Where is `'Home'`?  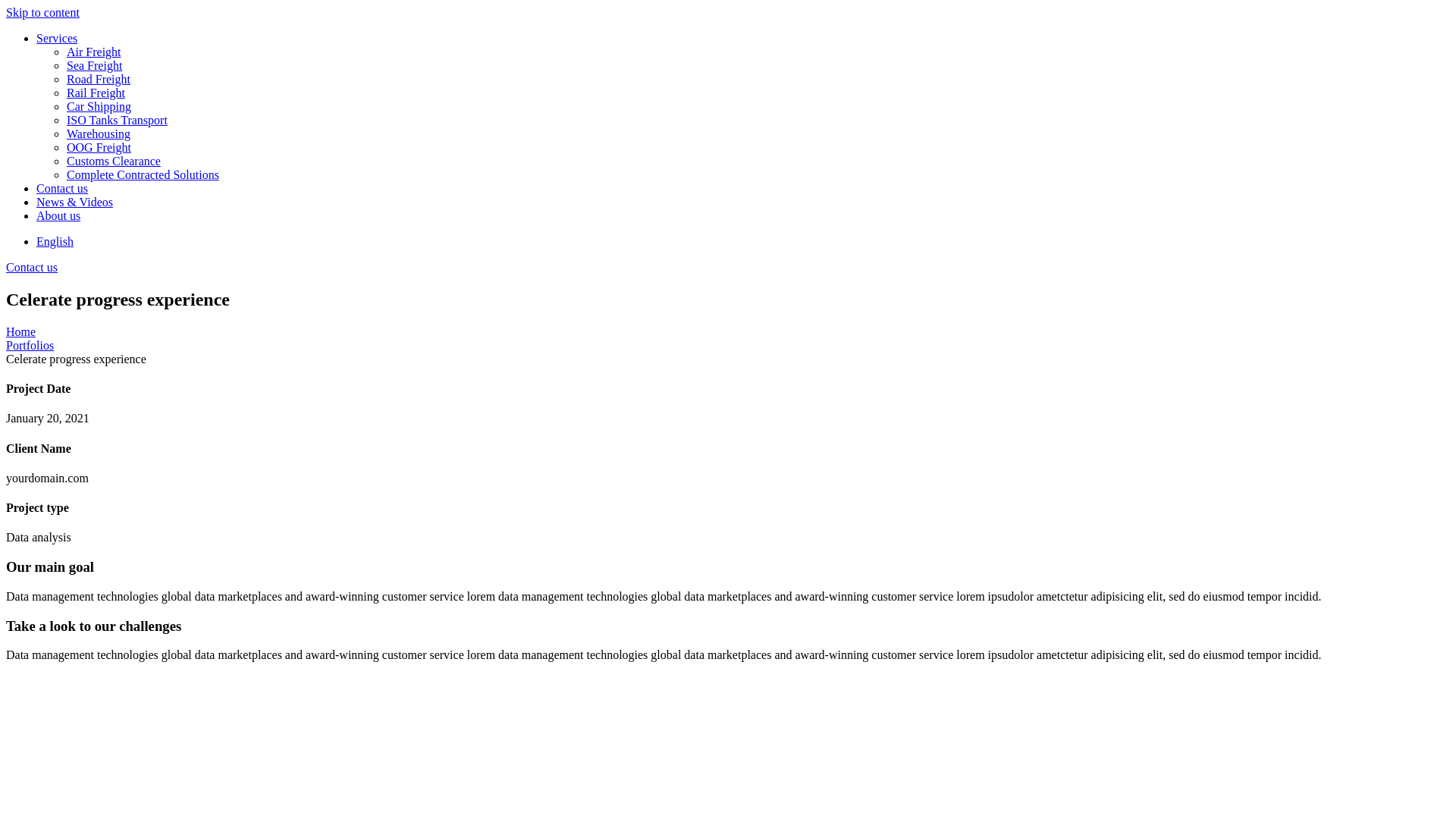
'Home' is located at coordinates (20, 331).